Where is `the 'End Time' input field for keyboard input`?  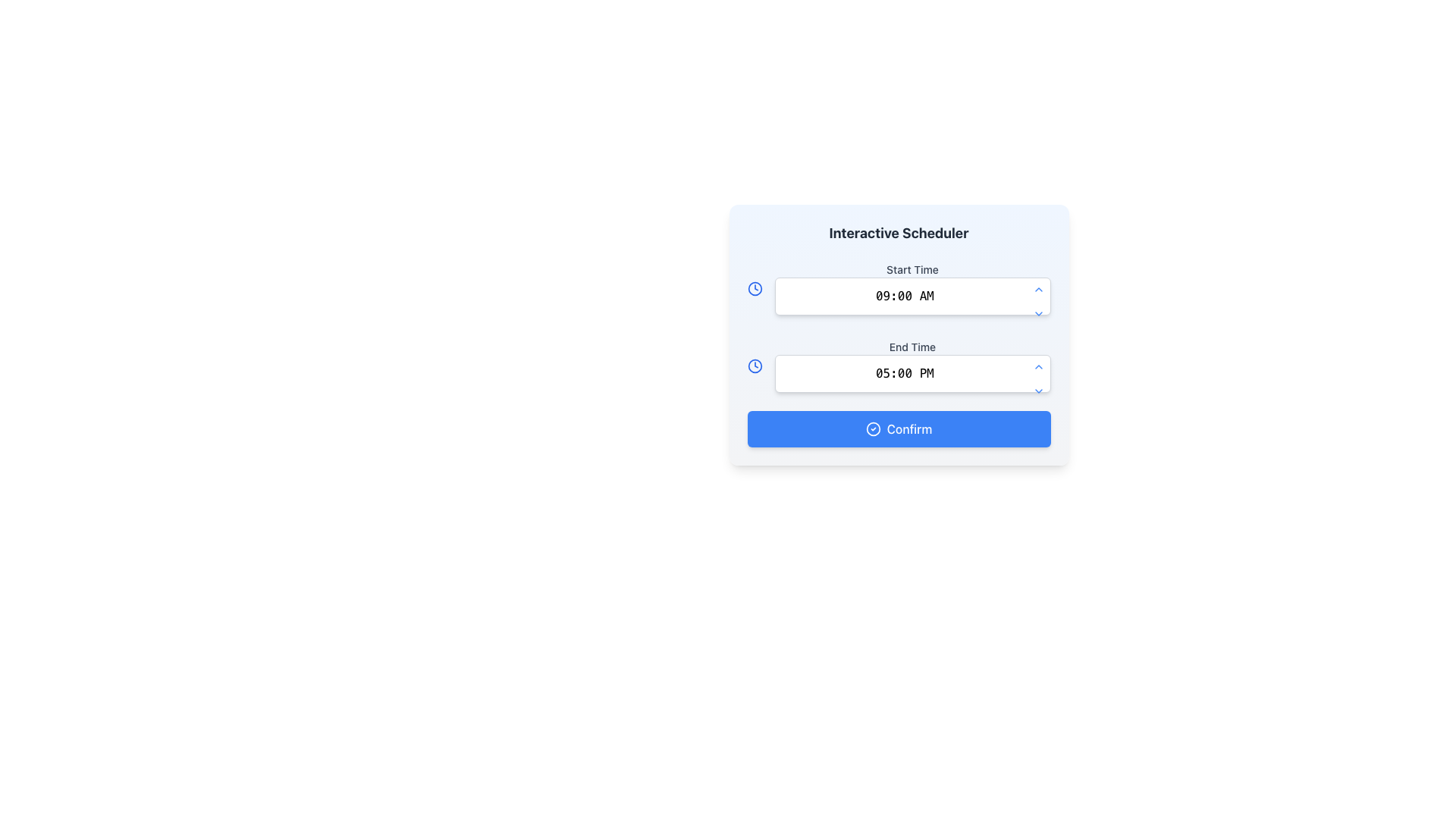
the 'End Time' input field for keyboard input is located at coordinates (912, 366).